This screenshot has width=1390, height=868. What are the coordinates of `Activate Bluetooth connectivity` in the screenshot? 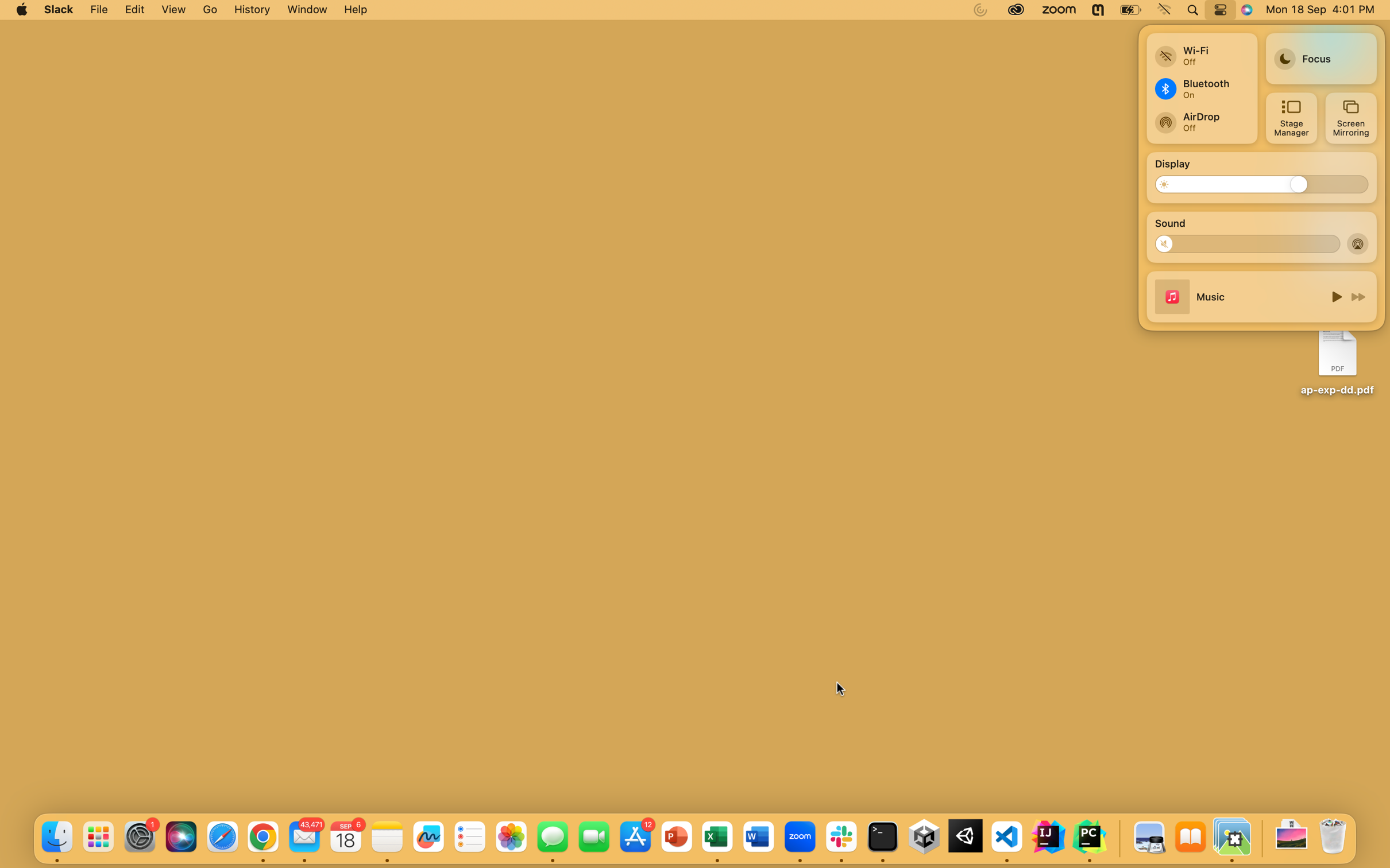 It's located at (1200, 88).